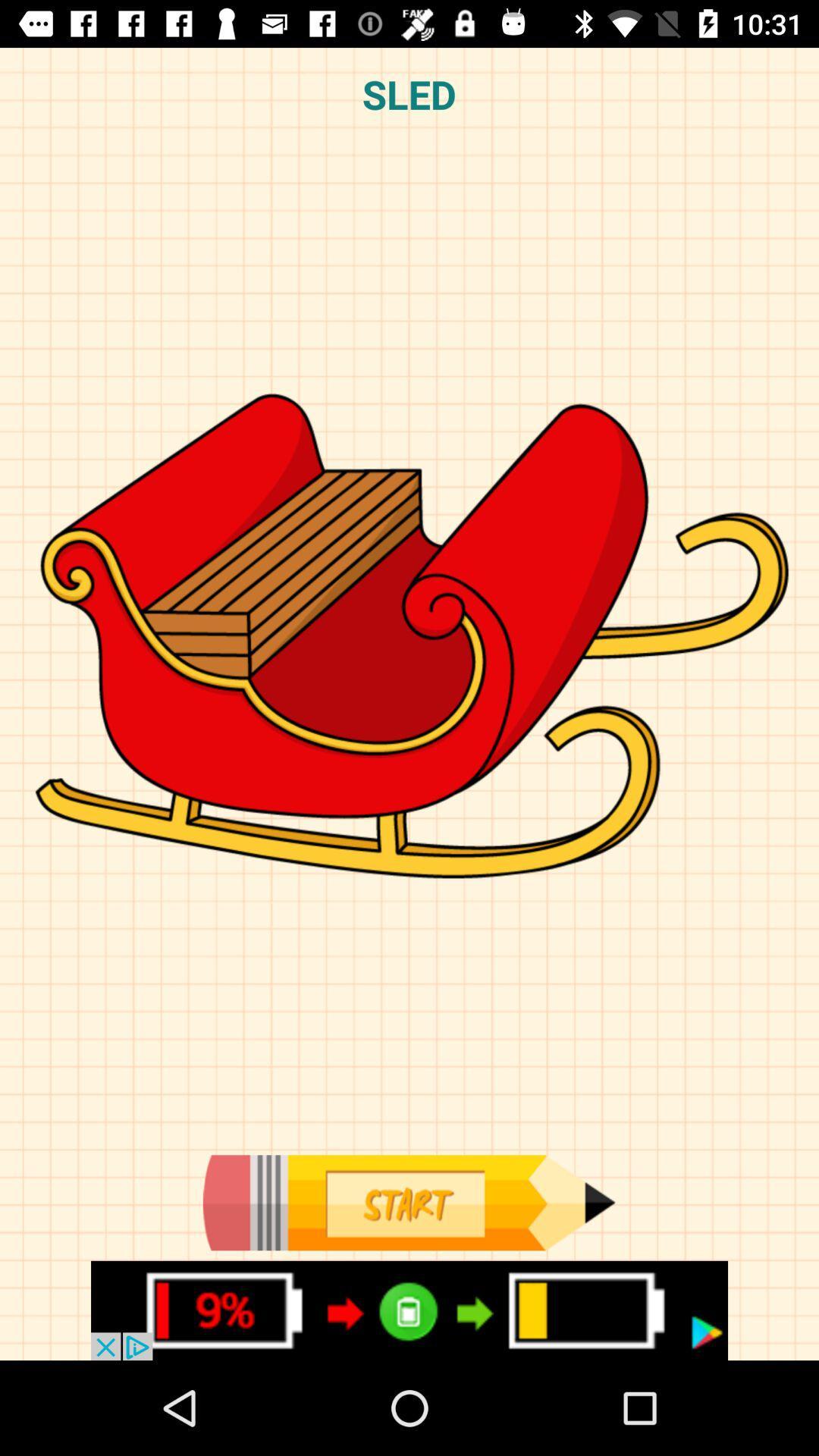 The width and height of the screenshot is (819, 1456). What do you see at coordinates (409, 1310) in the screenshot?
I see `details` at bounding box center [409, 1310].